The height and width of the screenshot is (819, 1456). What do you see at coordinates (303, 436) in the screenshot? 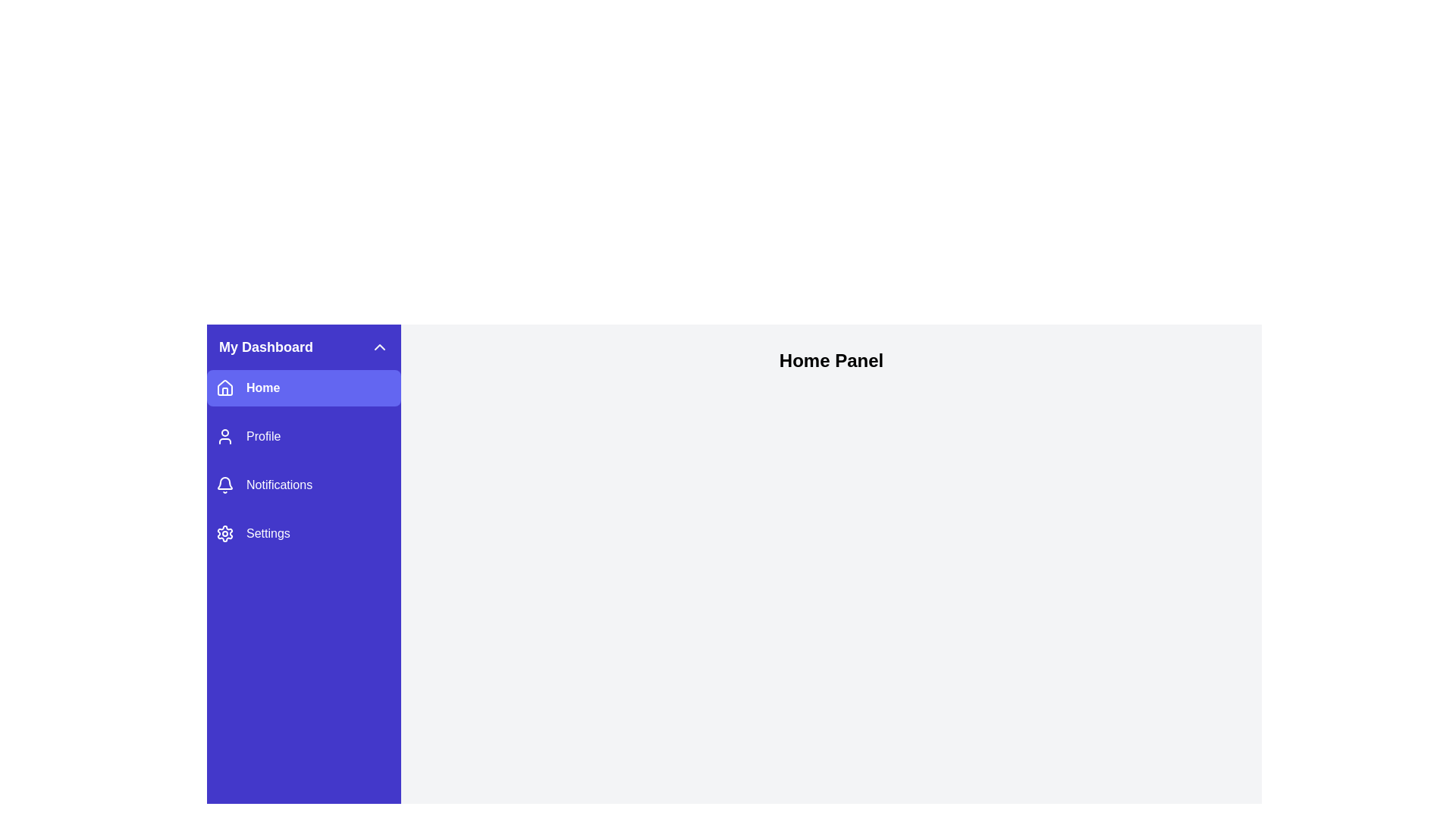
I see `the navigational link for the user's profile section, which is the second item in the vertical menu under 'My Dashboard', located between 'Home' and 'Notifications'` at bounding box center [303, 436].